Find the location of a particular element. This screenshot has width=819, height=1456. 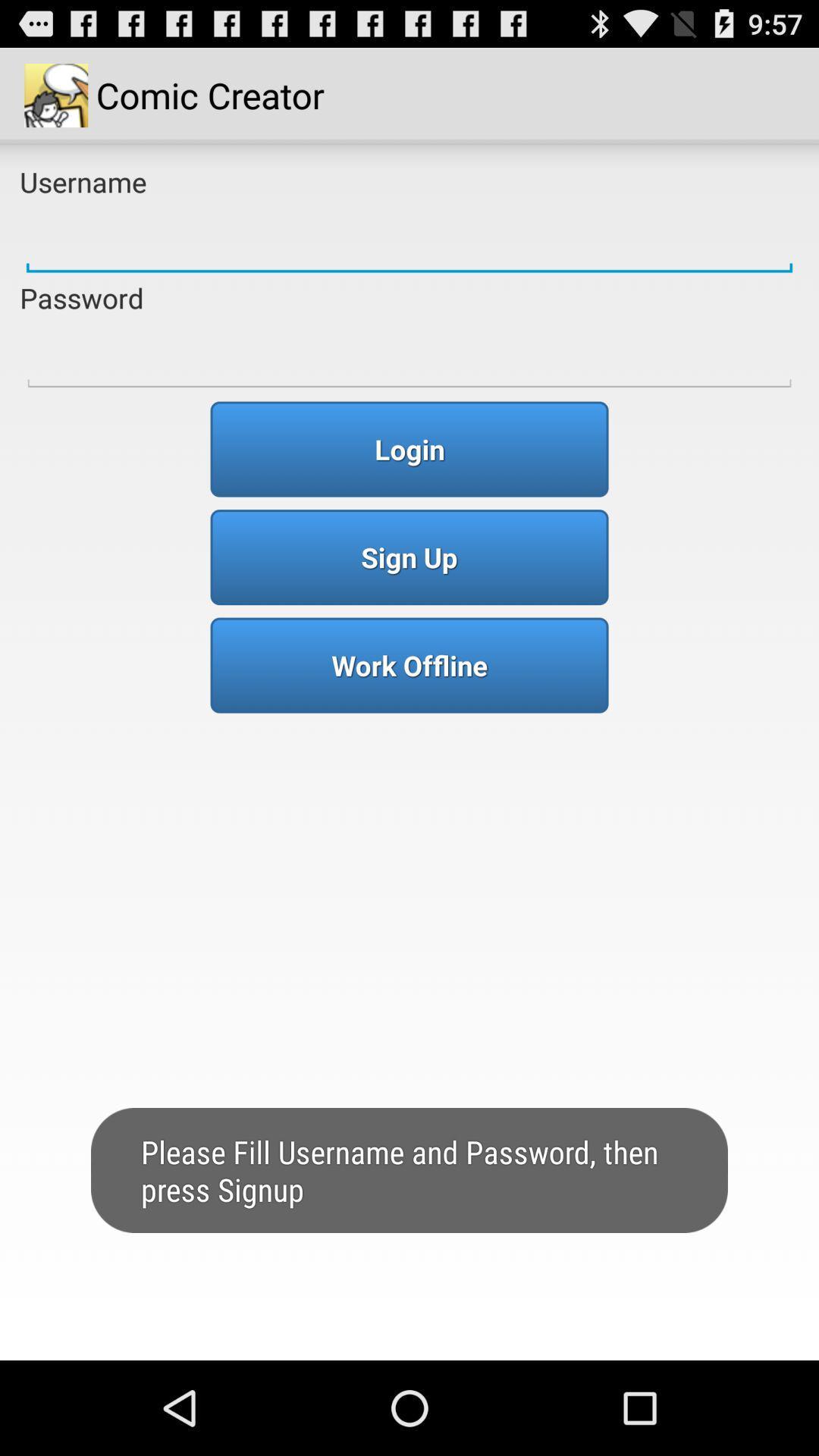

password is located at coordinates (409, 355).